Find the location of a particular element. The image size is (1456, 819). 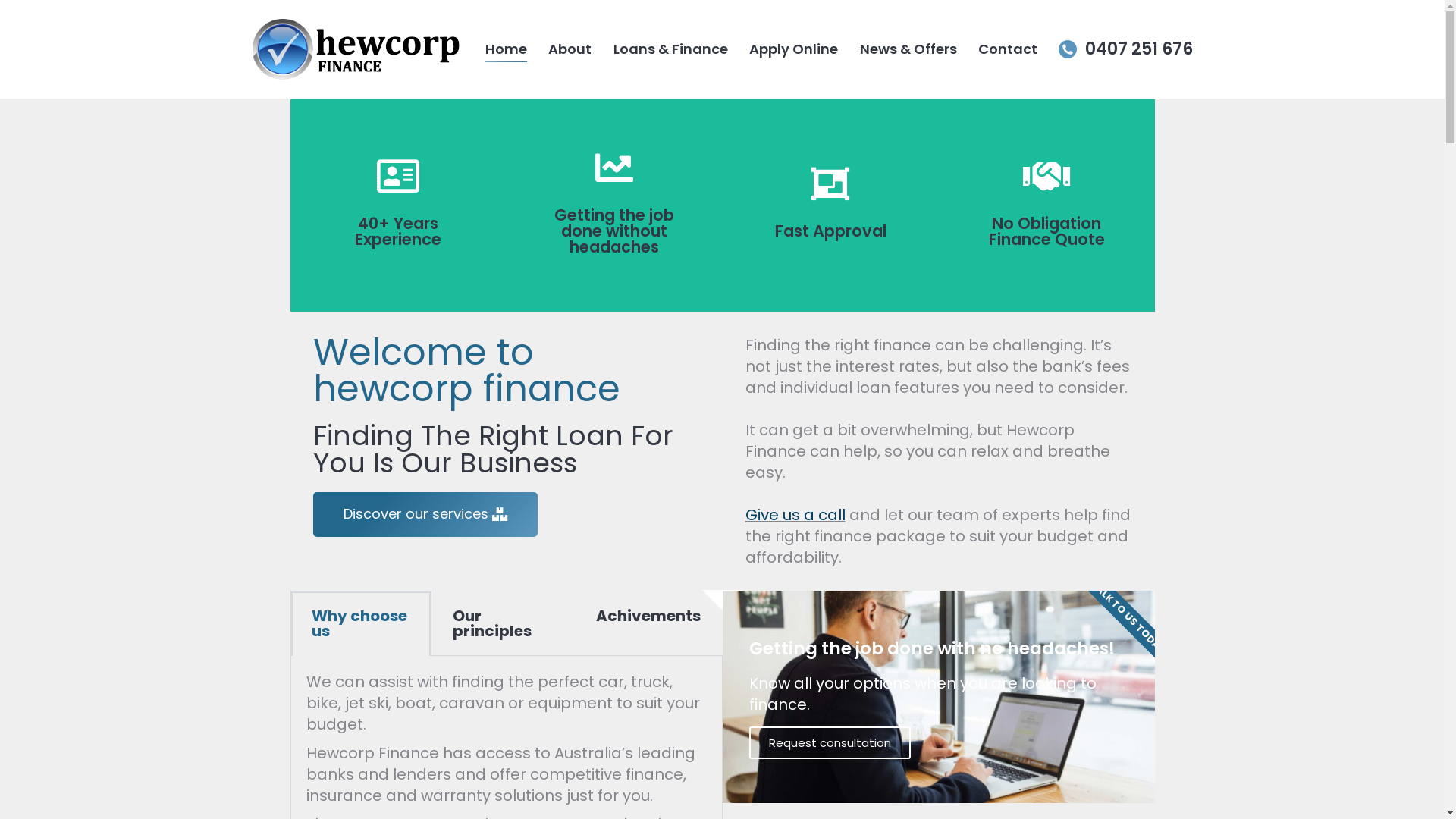

'Give us a call' is located at coordinates (793, 513).